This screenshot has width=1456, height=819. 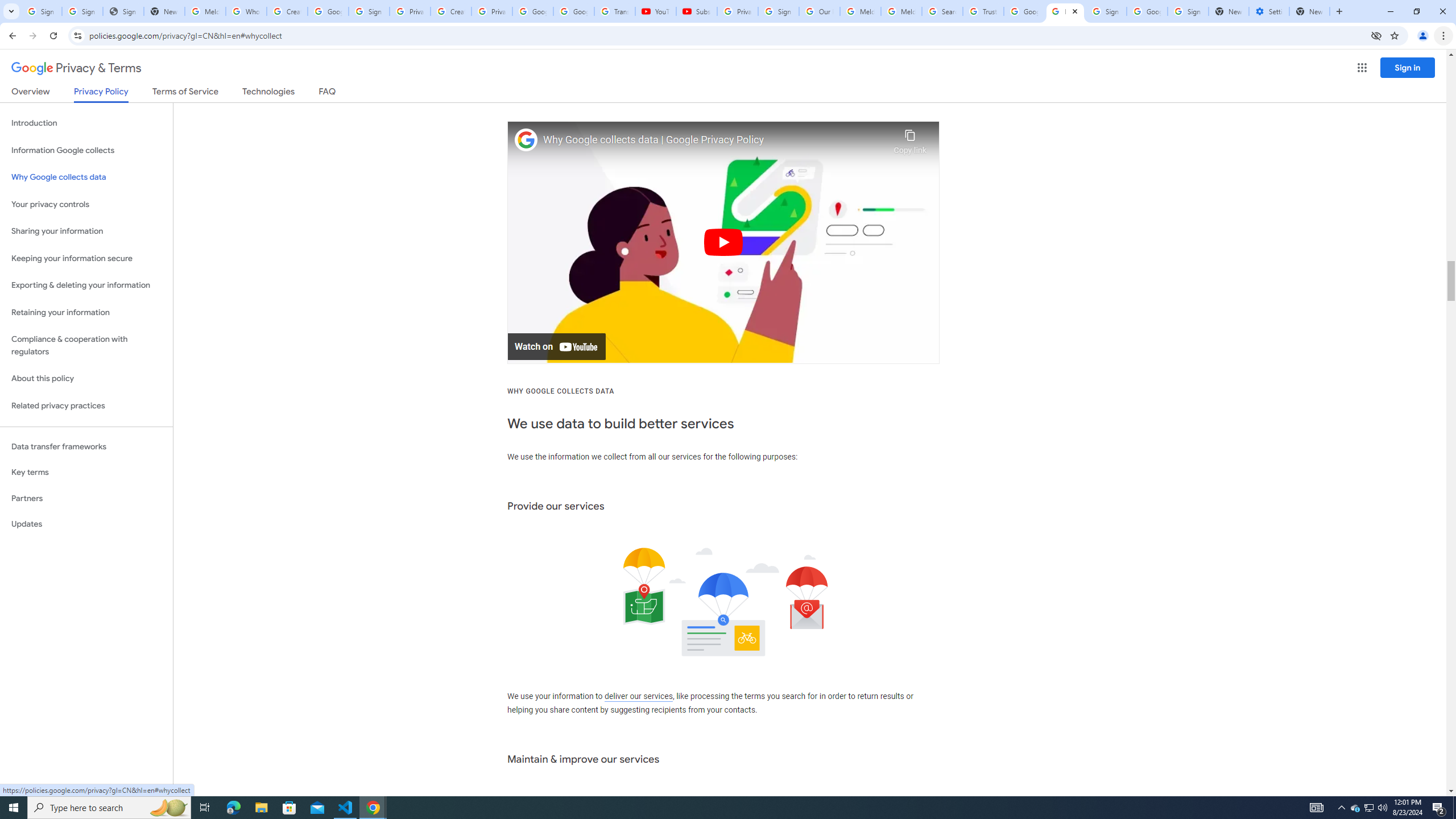 What do you see at coordinates (86, 405) in the screenshot?
I see `'Related privacy practices'` at bounding box center [86, 405].